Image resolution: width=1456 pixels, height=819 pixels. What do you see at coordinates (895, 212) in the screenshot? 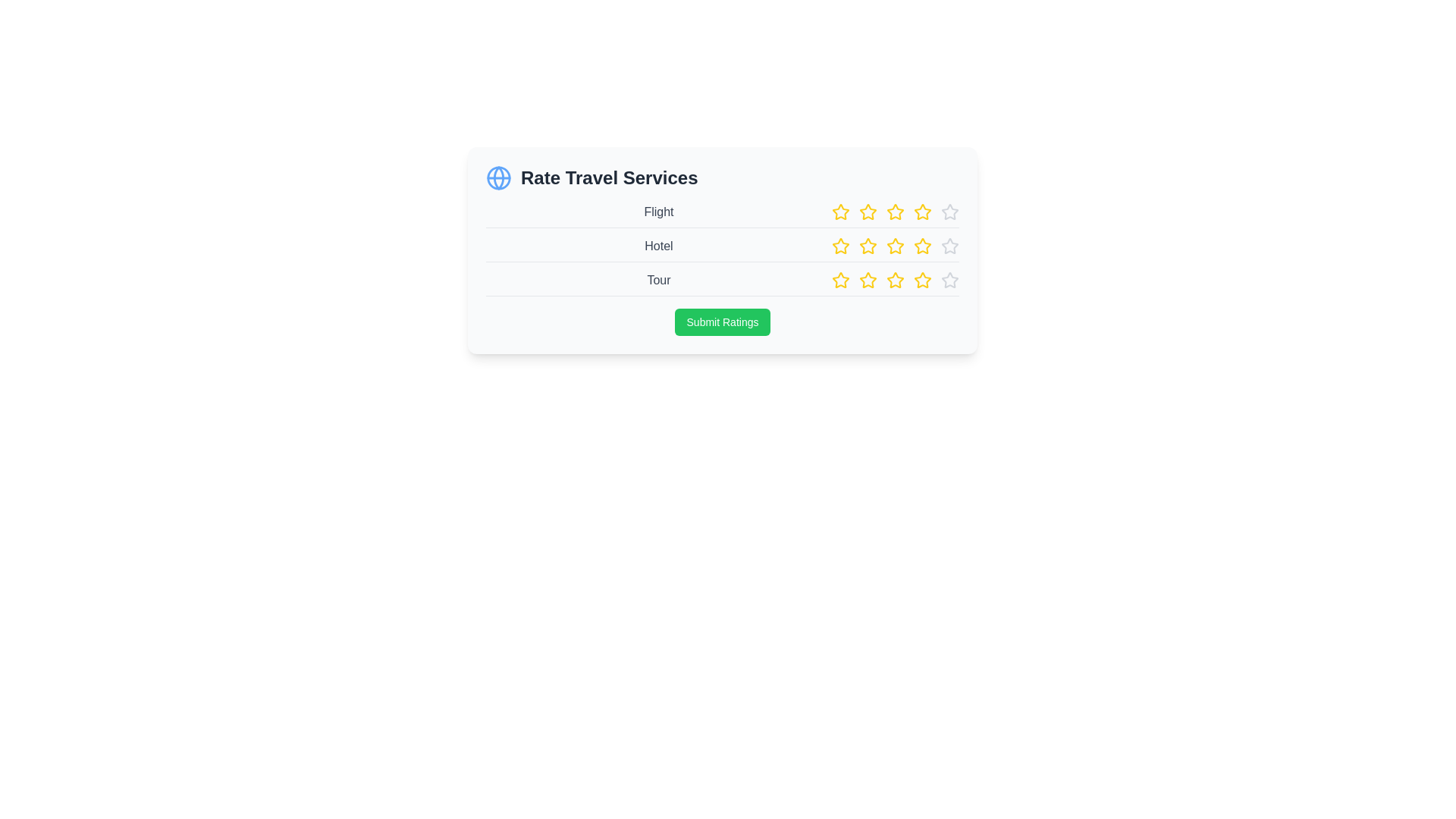
I see `the third yellow star icon in the horizontal arrangement of rating stars located under the 'Flight' label to rate it` at bounding box center [895, 212].